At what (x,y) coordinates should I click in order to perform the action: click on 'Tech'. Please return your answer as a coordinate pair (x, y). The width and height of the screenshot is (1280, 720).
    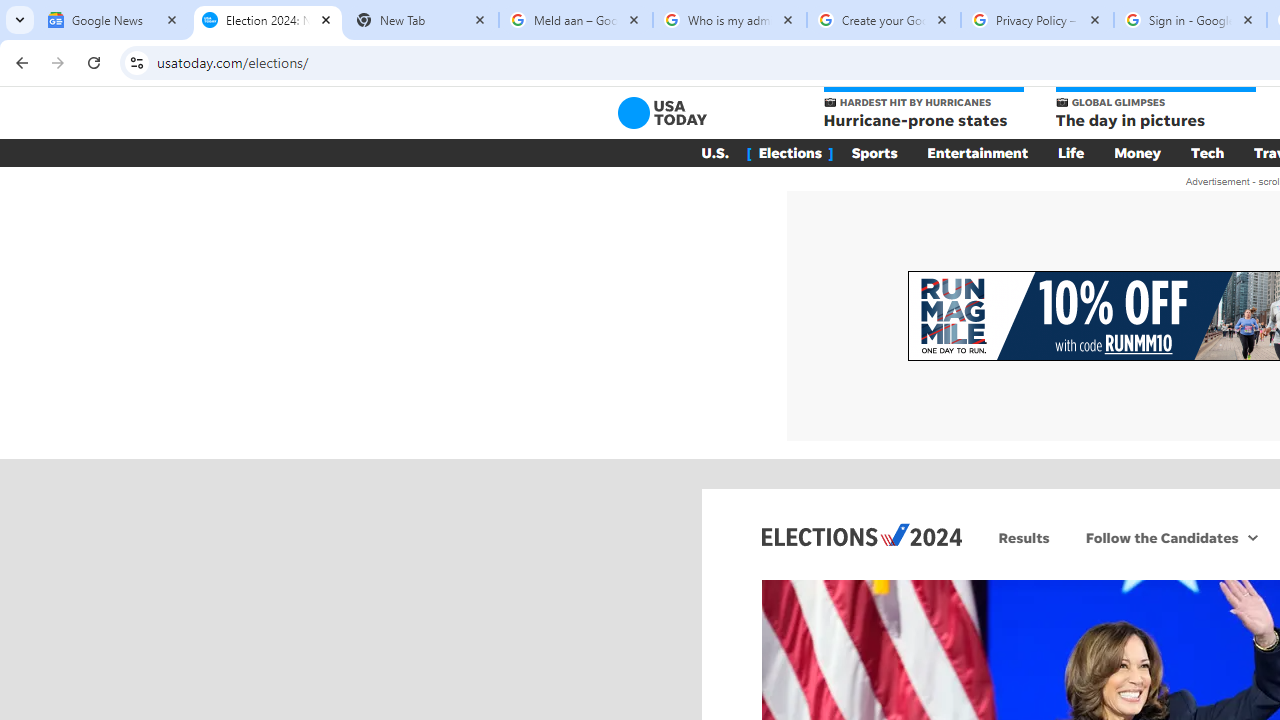
    Looking at the image, I should click on (1206, 152).